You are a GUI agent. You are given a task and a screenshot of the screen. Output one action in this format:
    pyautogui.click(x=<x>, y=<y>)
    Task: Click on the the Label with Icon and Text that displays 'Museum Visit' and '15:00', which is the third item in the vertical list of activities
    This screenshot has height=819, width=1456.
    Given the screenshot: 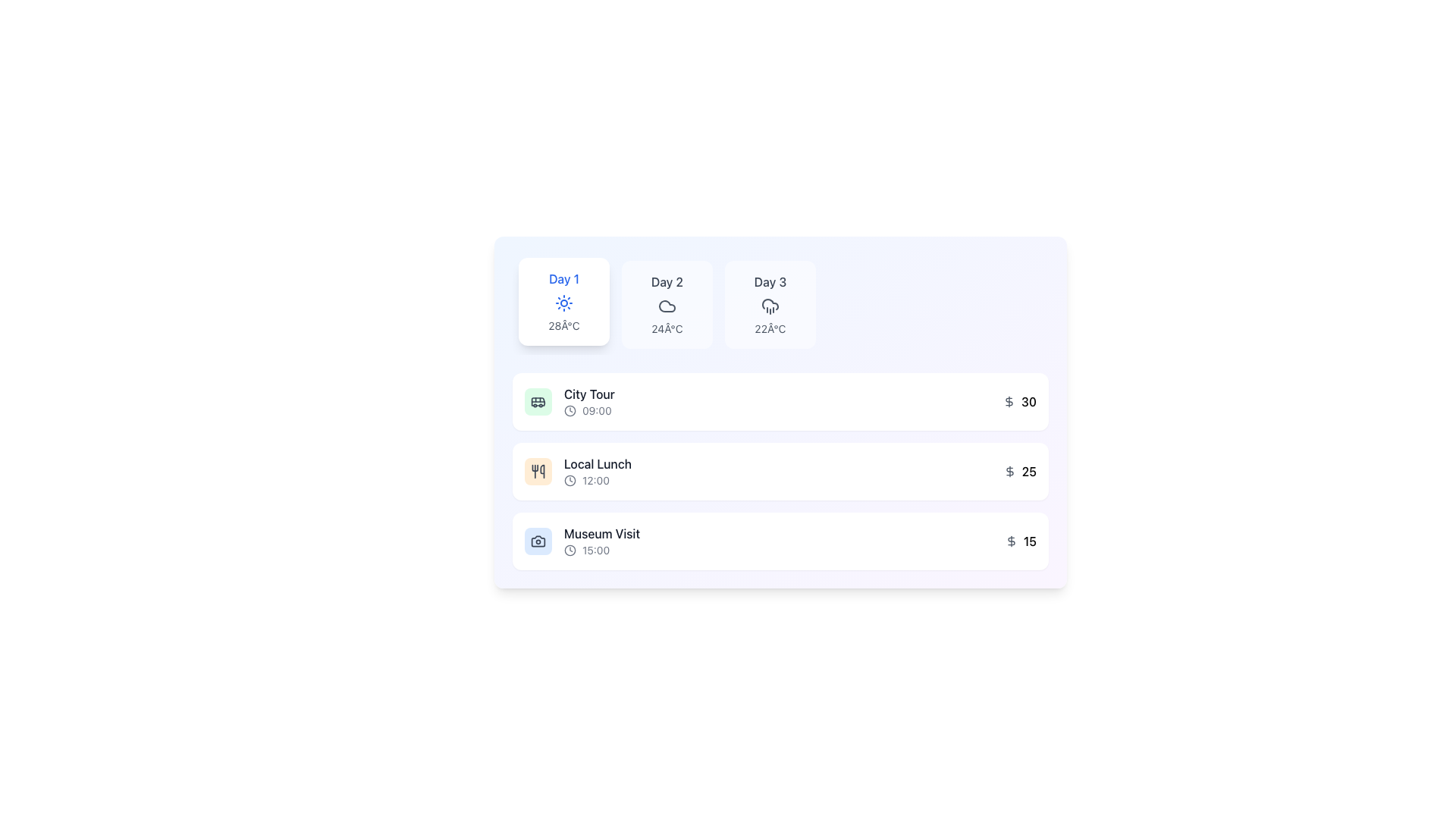 What is the action you would take?
    pyautogui.click(x=601, y=540)
    